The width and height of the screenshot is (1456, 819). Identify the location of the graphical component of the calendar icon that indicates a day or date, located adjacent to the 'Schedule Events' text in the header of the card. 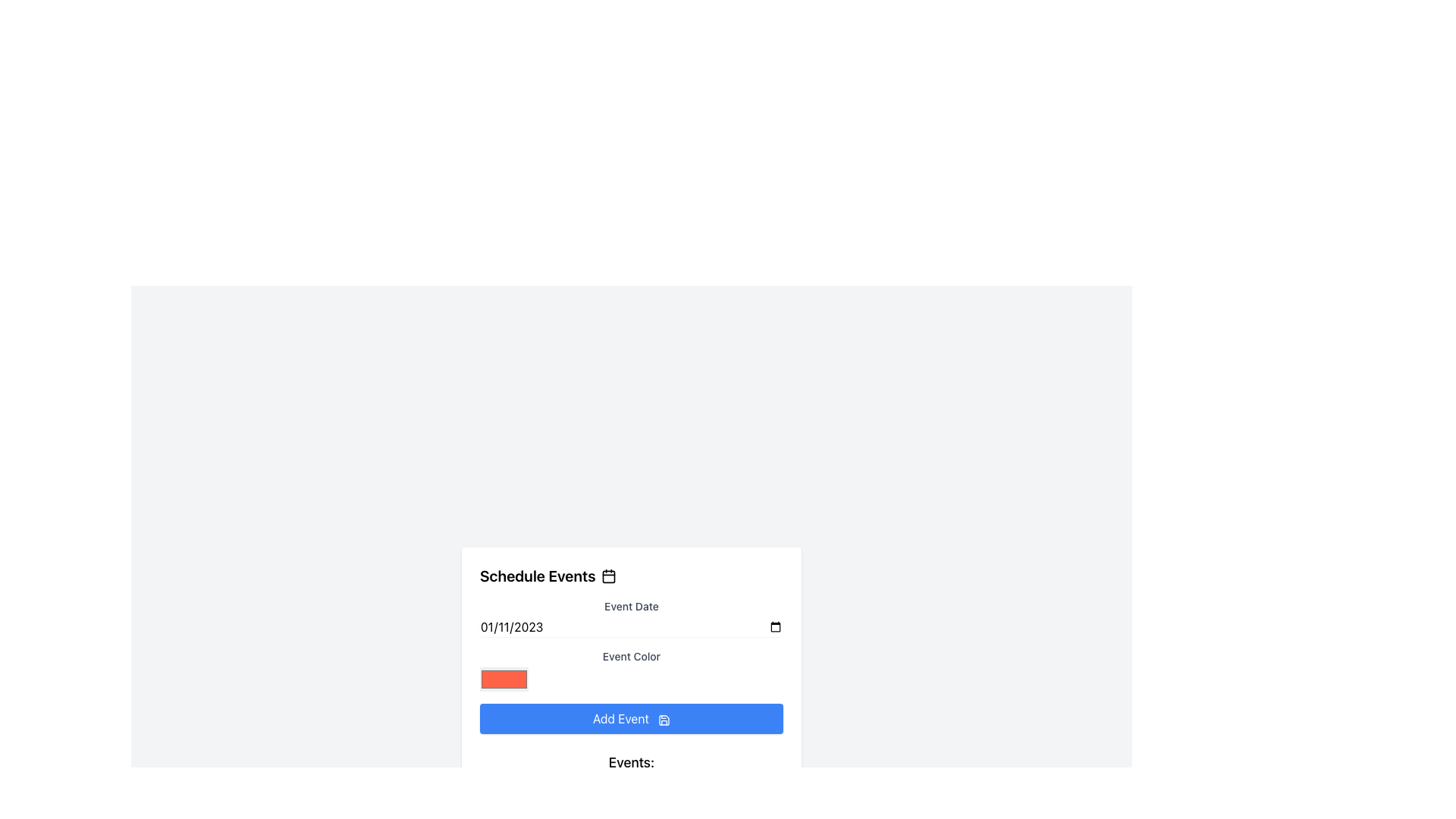
(609, 576).